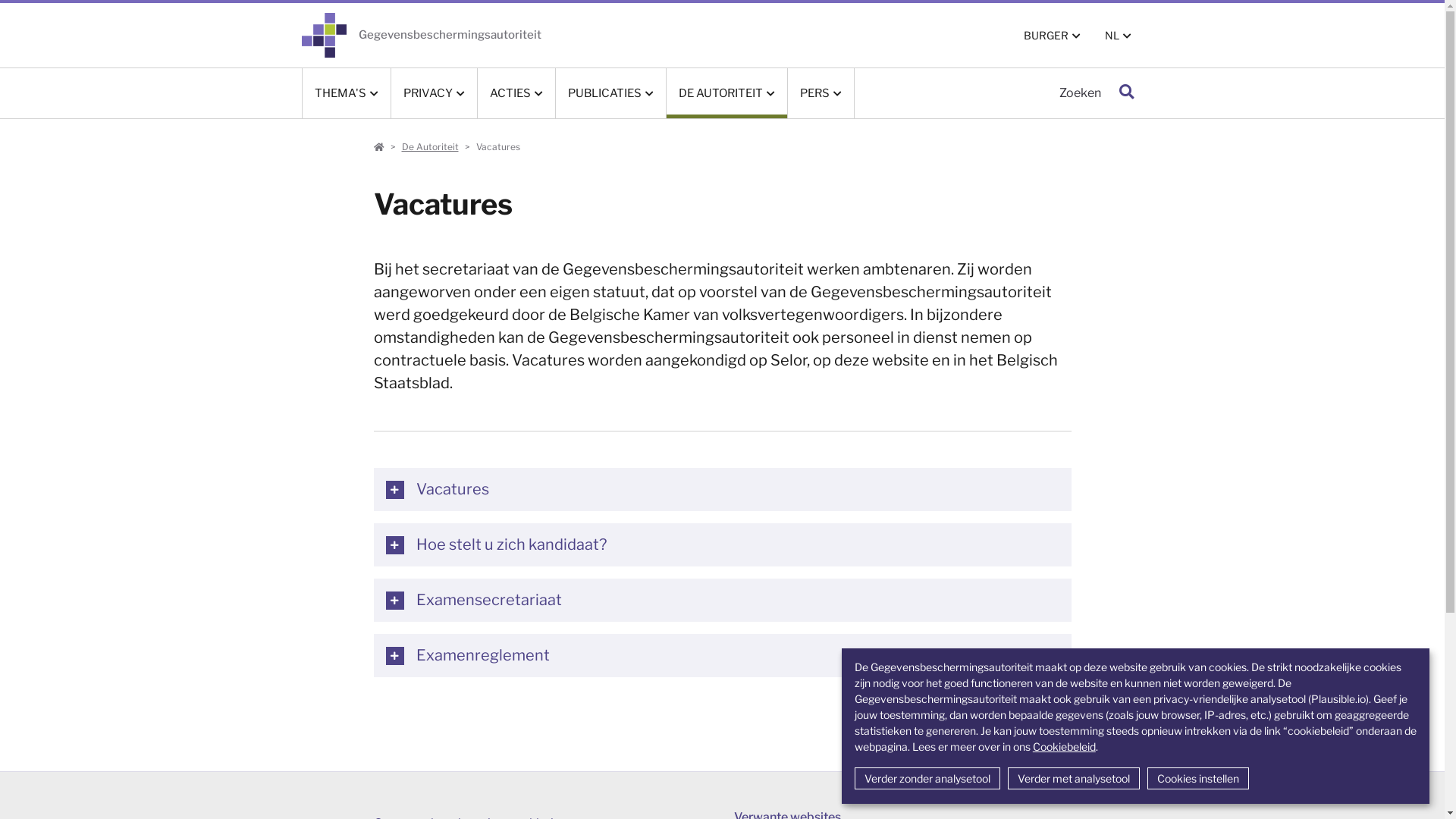  Describe the element at coordinates (927, 778) in the screenshot. I see `'Verder zonder analysetool'` at that location.